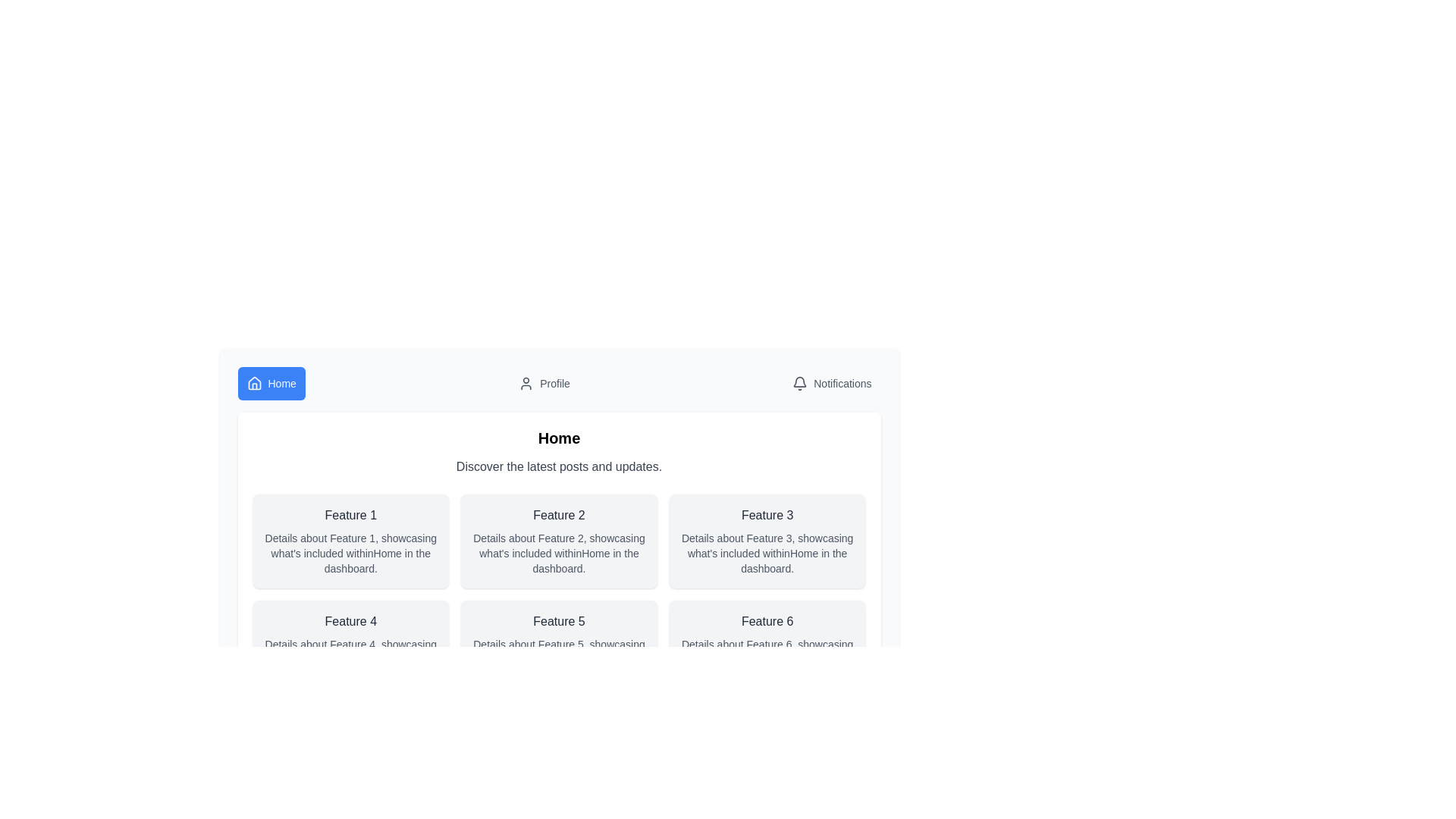  What do you see at coordinates (558, 540) in the screenshot?
I see `the Informational card about Feature 2 to navigate to adjacent cards in the grid layout` at bounding box center [558, 540].